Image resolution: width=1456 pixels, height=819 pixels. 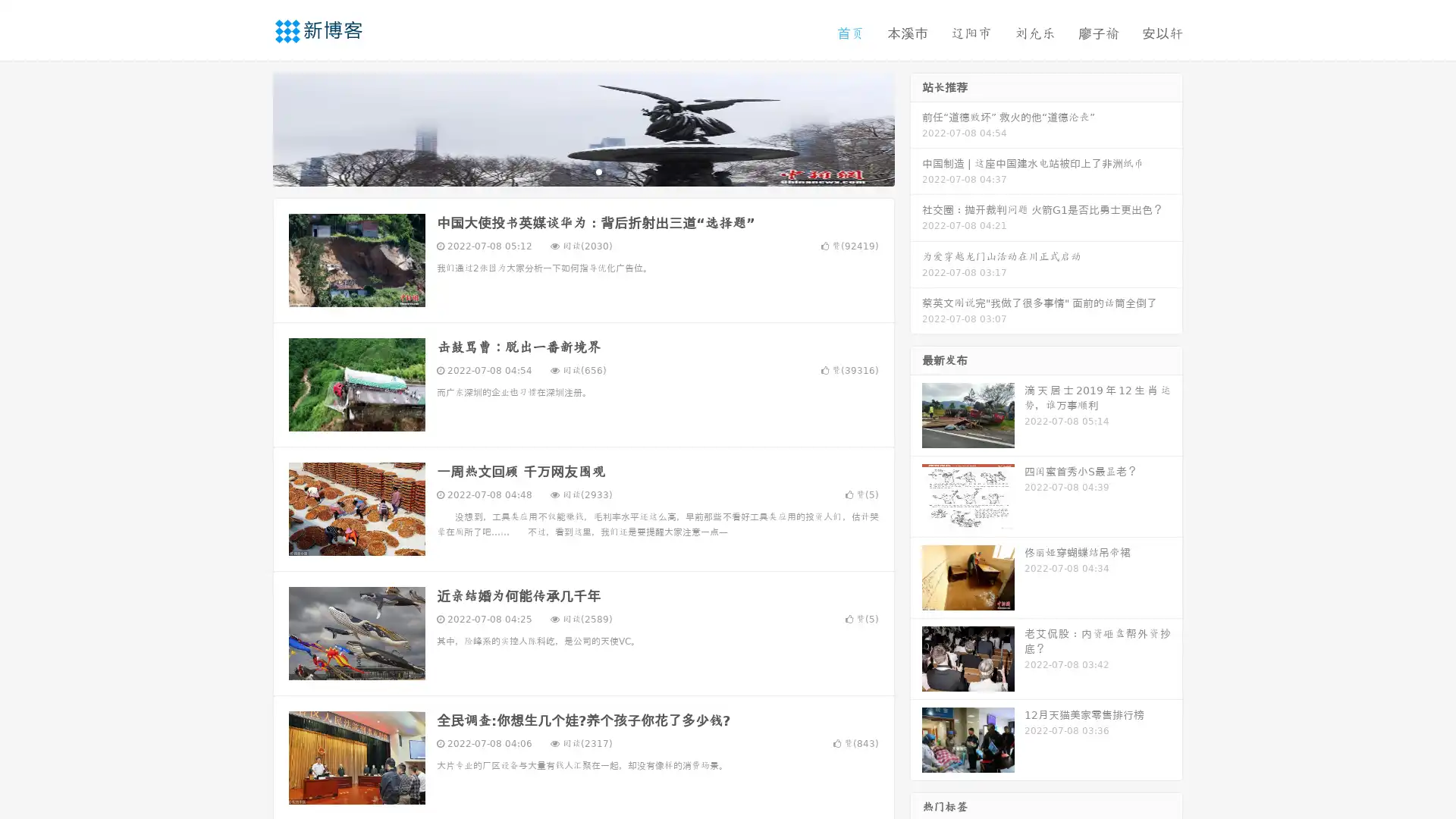 What do you see at coordinates (916, 127) in the screenshot?
I see `Next slide` at bounding box center [916, 127].